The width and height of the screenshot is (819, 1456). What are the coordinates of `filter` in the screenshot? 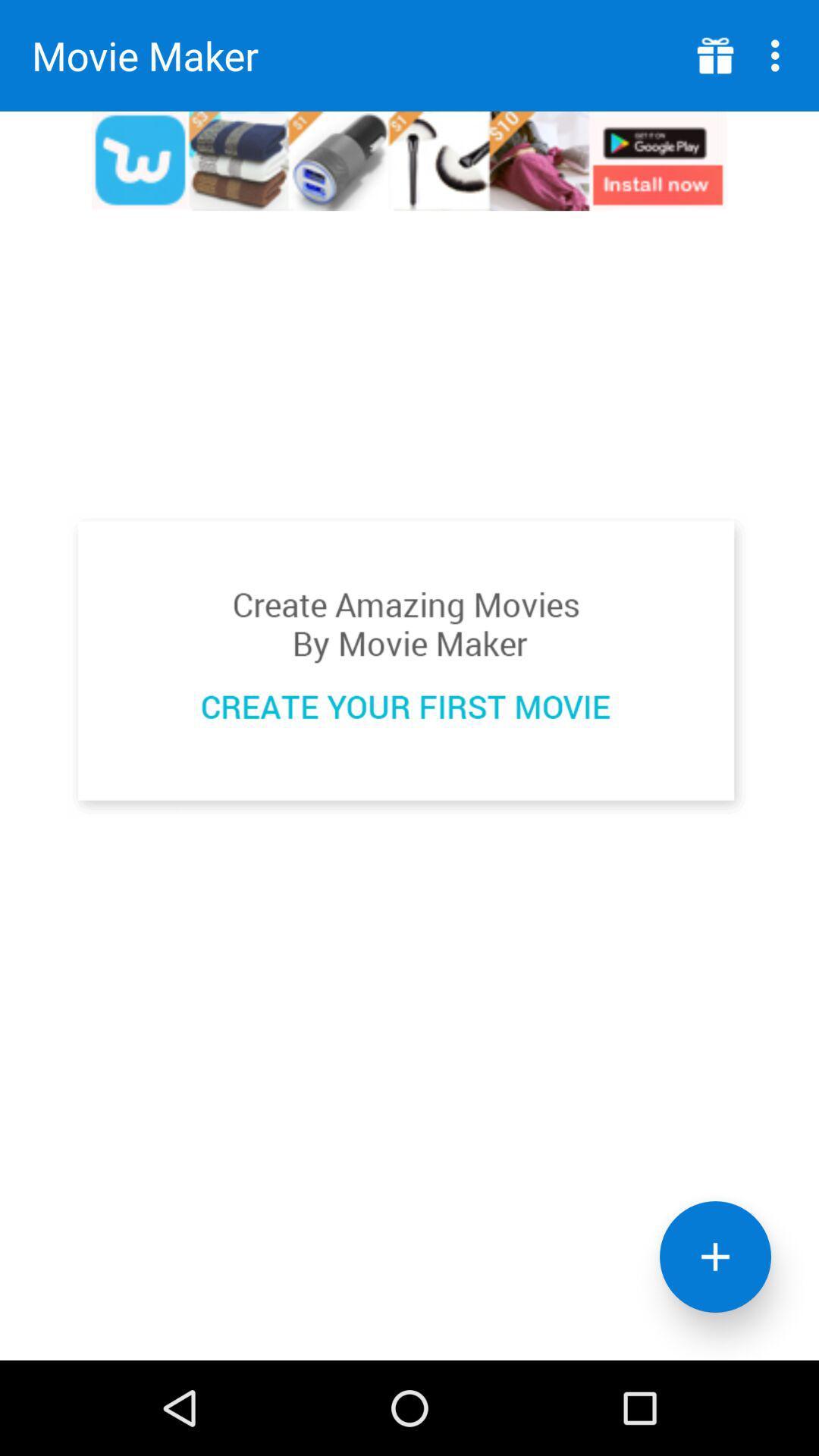 It's located at (715, 1257).